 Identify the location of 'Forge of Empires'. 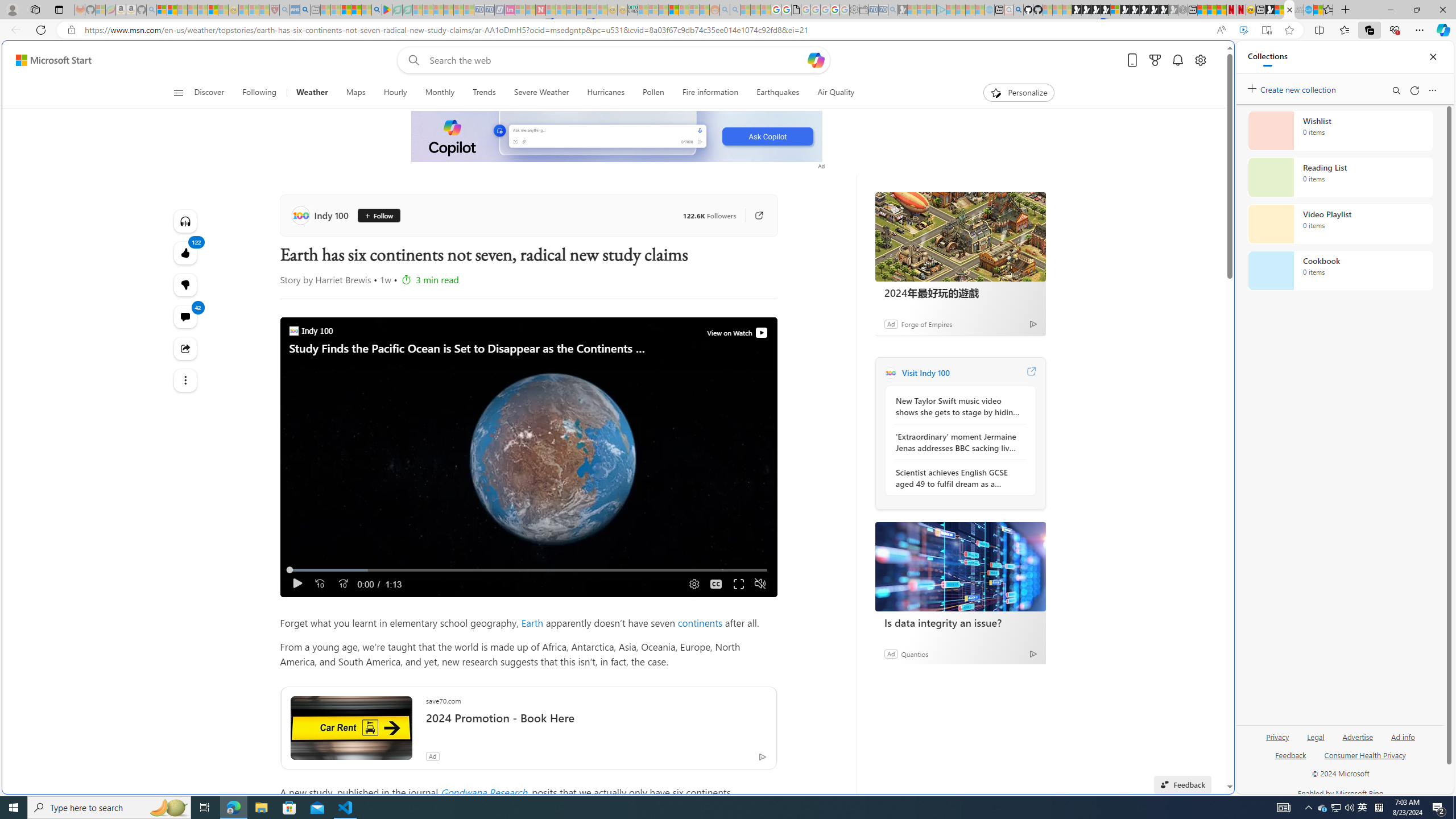
(926, 323).